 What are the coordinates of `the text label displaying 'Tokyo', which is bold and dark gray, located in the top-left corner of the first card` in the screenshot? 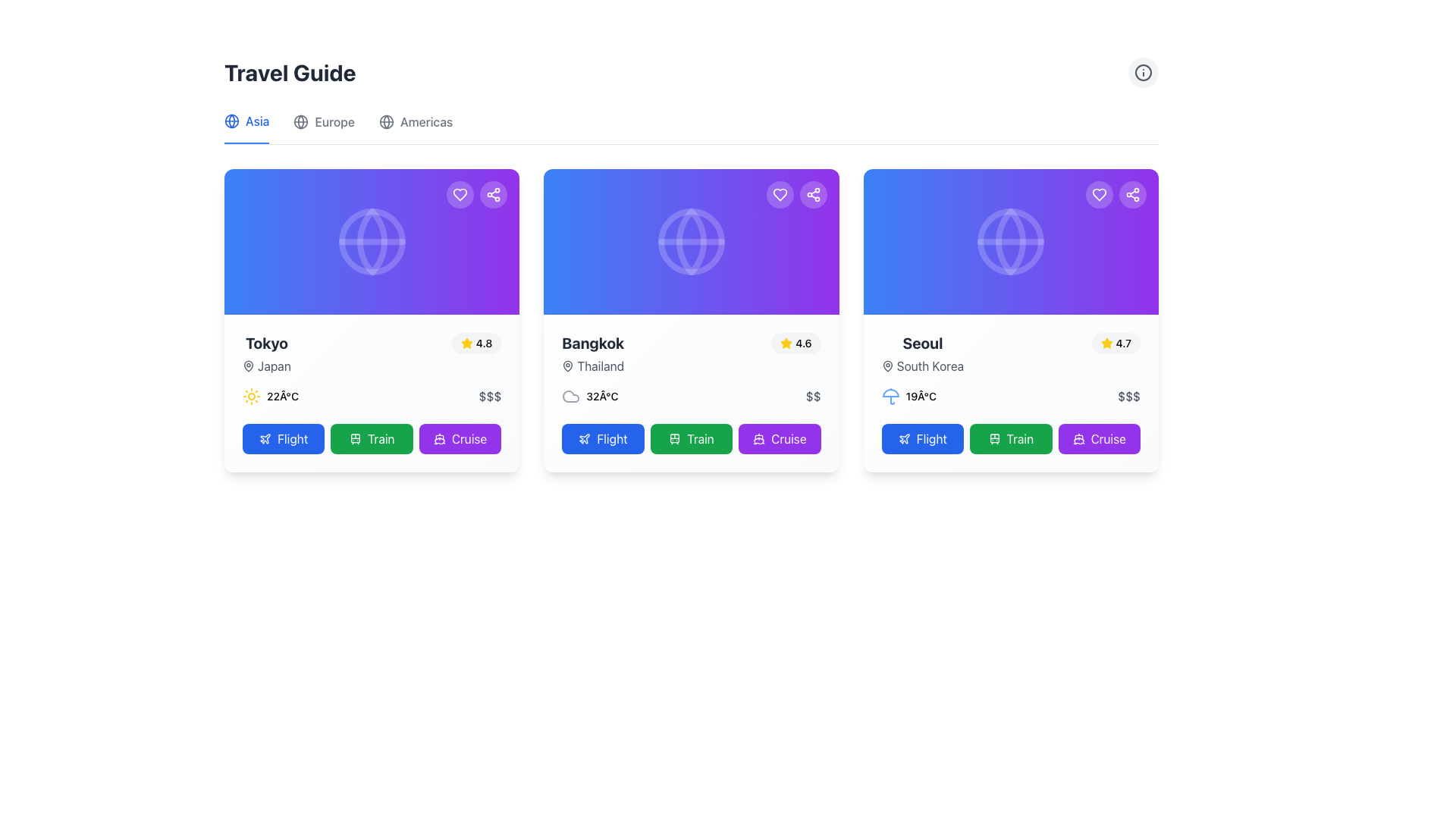 It's located at (266, 343).